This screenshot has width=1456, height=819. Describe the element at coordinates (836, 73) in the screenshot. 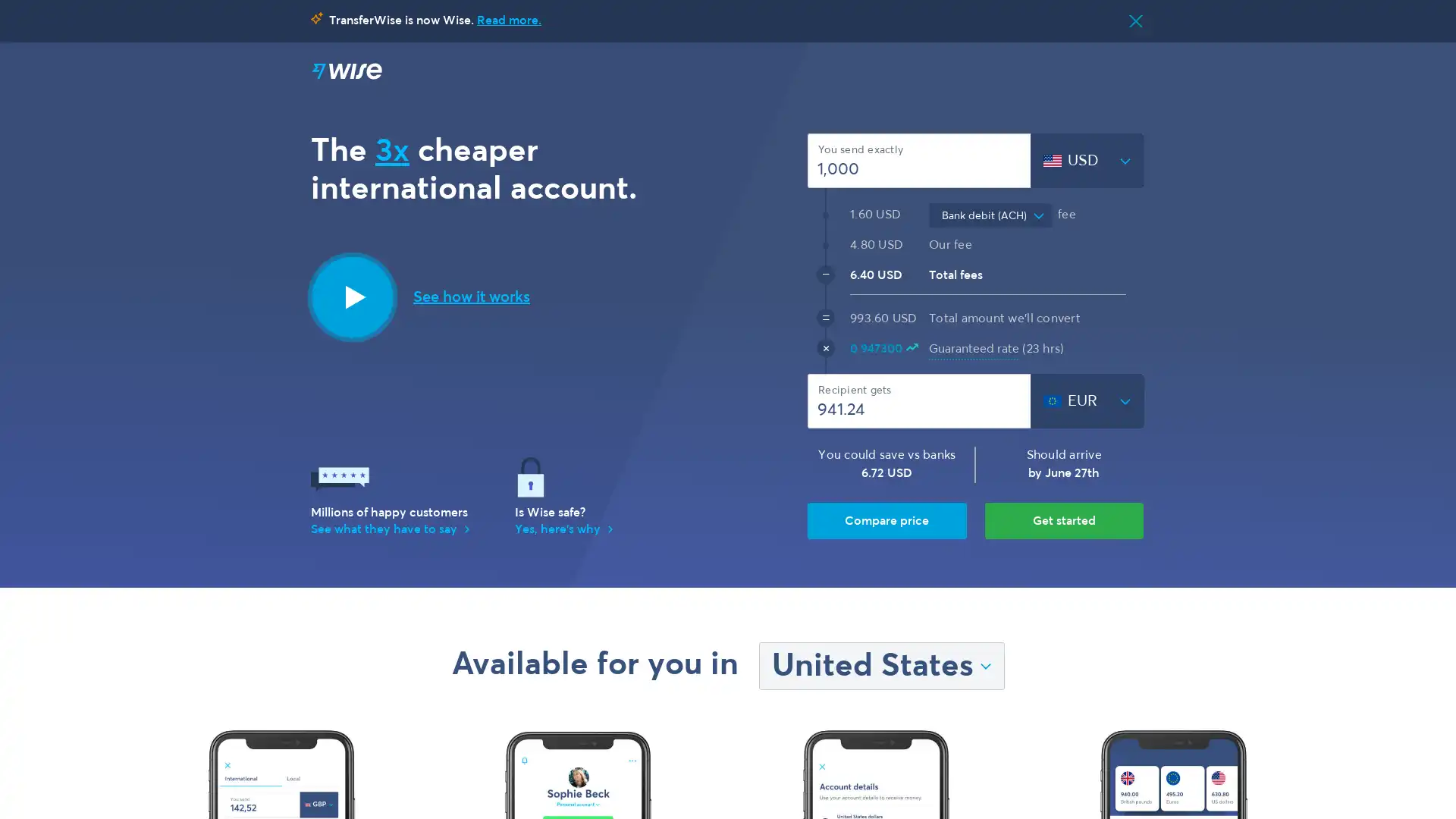

I see `Features` at that location.